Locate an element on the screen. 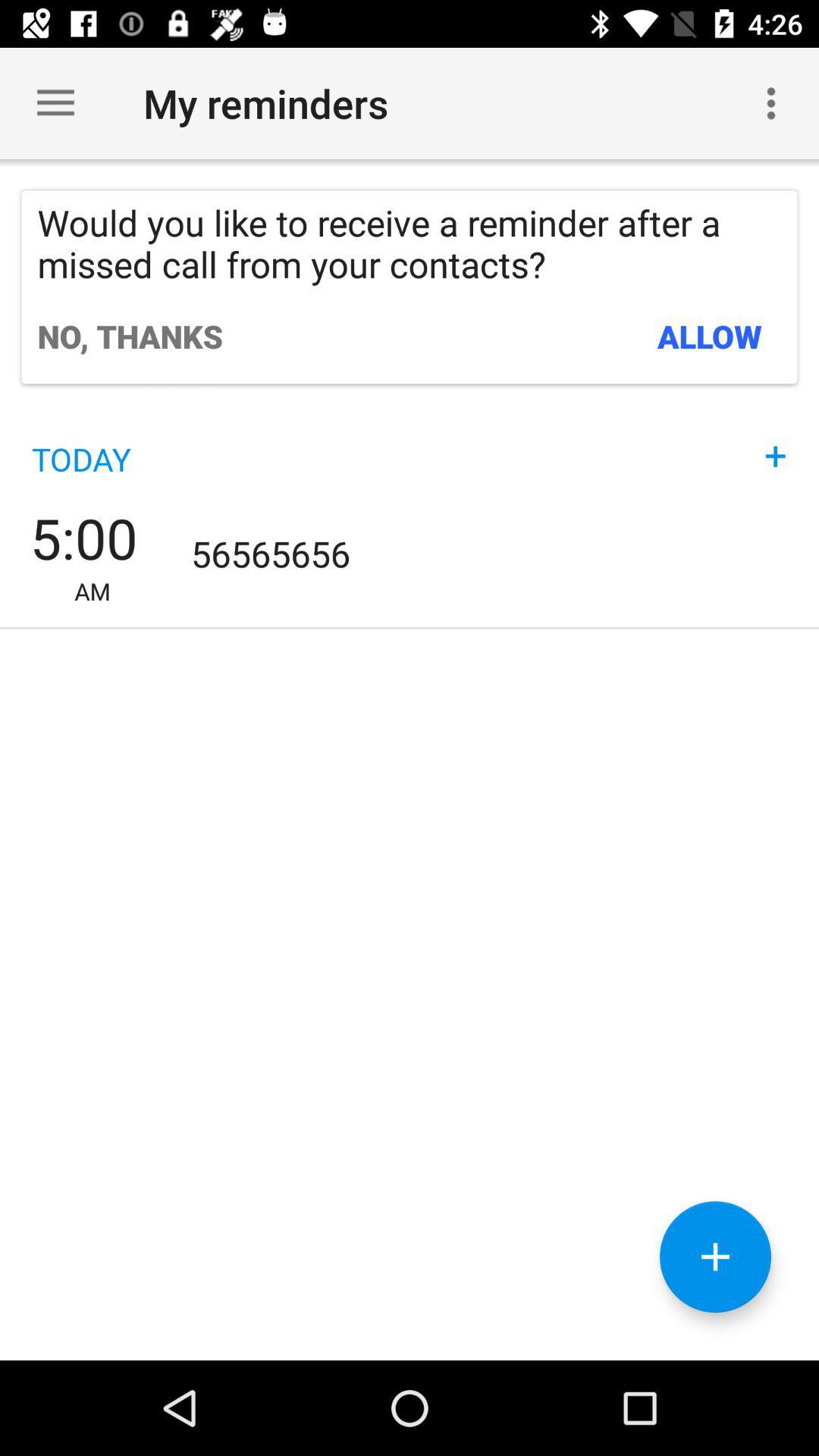 The height and width of the screenshot is (1456, 819). allow is located at coordinates (710, 335).